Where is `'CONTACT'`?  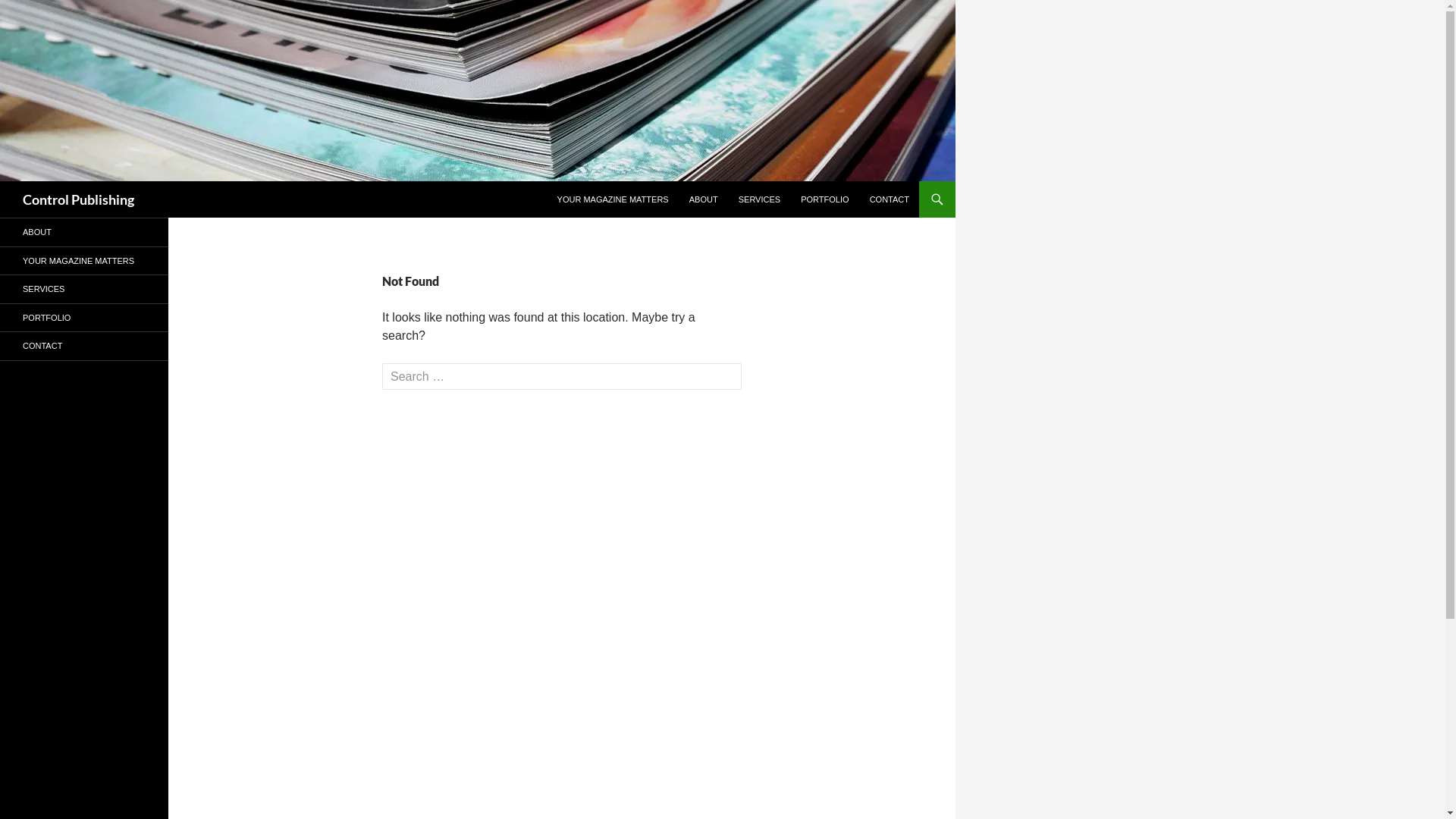 'CONTACT' is located at coordinates (83, 346).